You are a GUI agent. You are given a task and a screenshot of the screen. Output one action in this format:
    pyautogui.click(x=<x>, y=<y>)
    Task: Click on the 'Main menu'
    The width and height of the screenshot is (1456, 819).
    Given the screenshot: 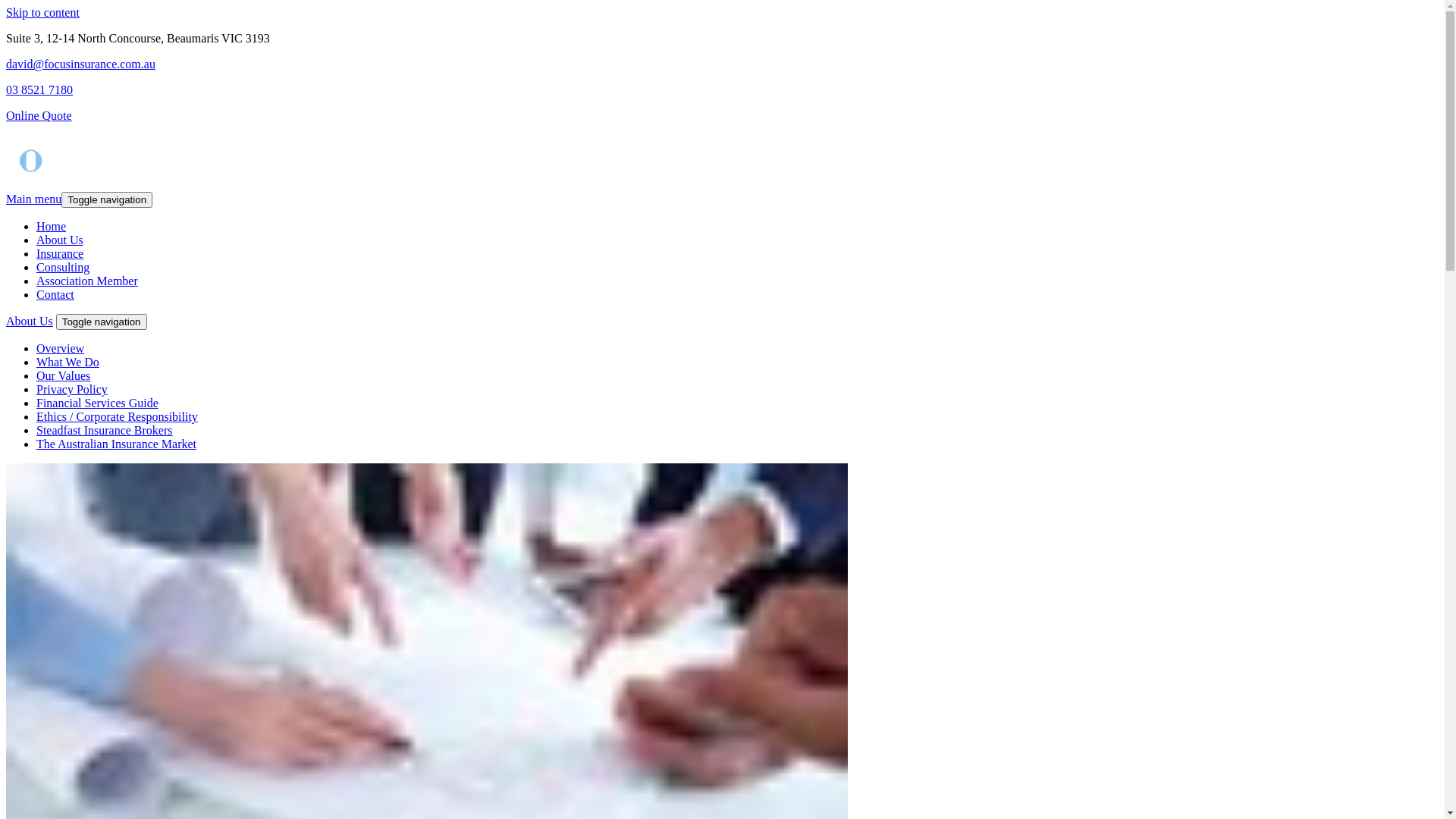 What is the action you would take?
    pyautogui.click(x=33, y=198)
    